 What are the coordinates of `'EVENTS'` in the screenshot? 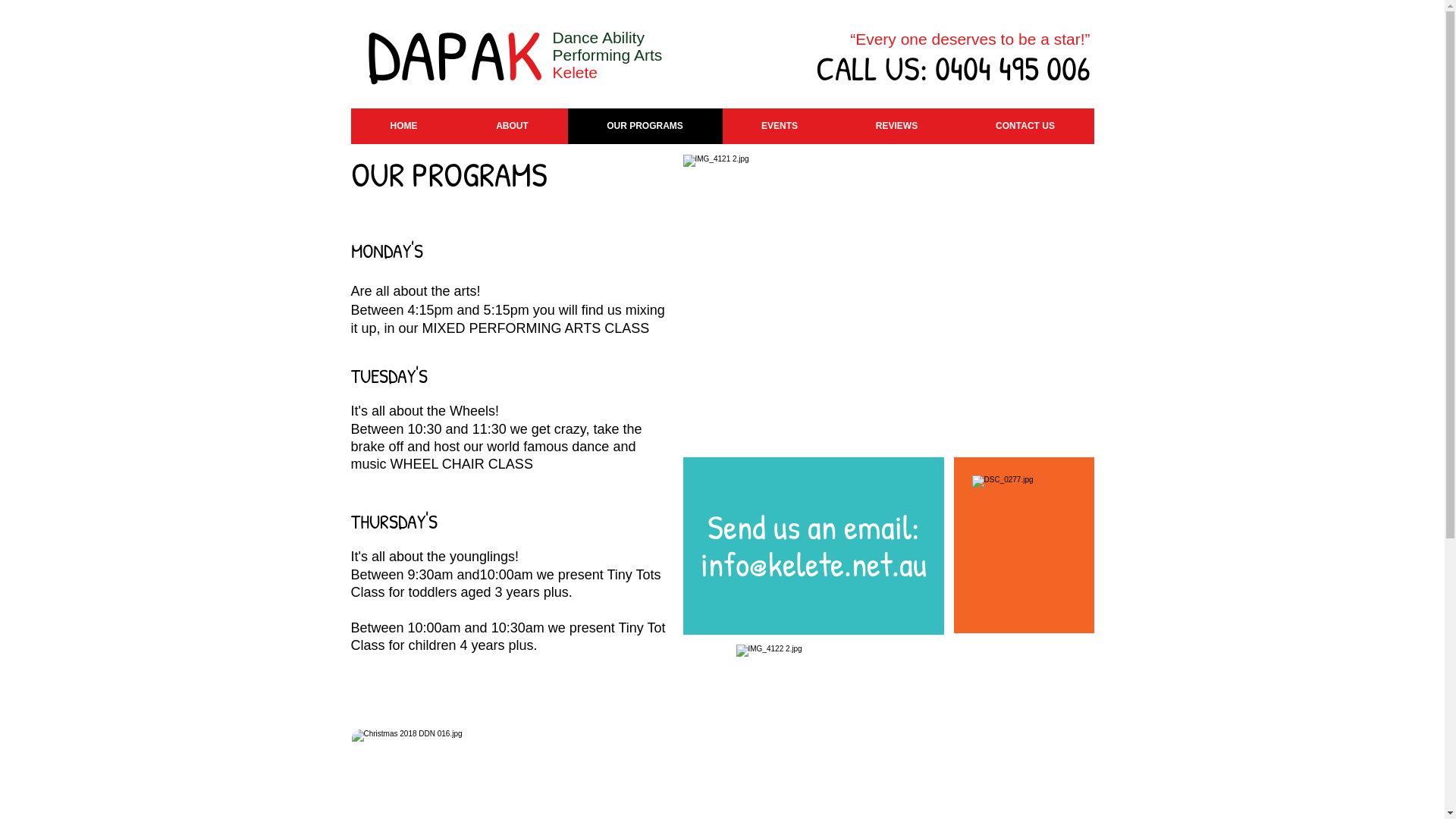 It's located at (779, 125).